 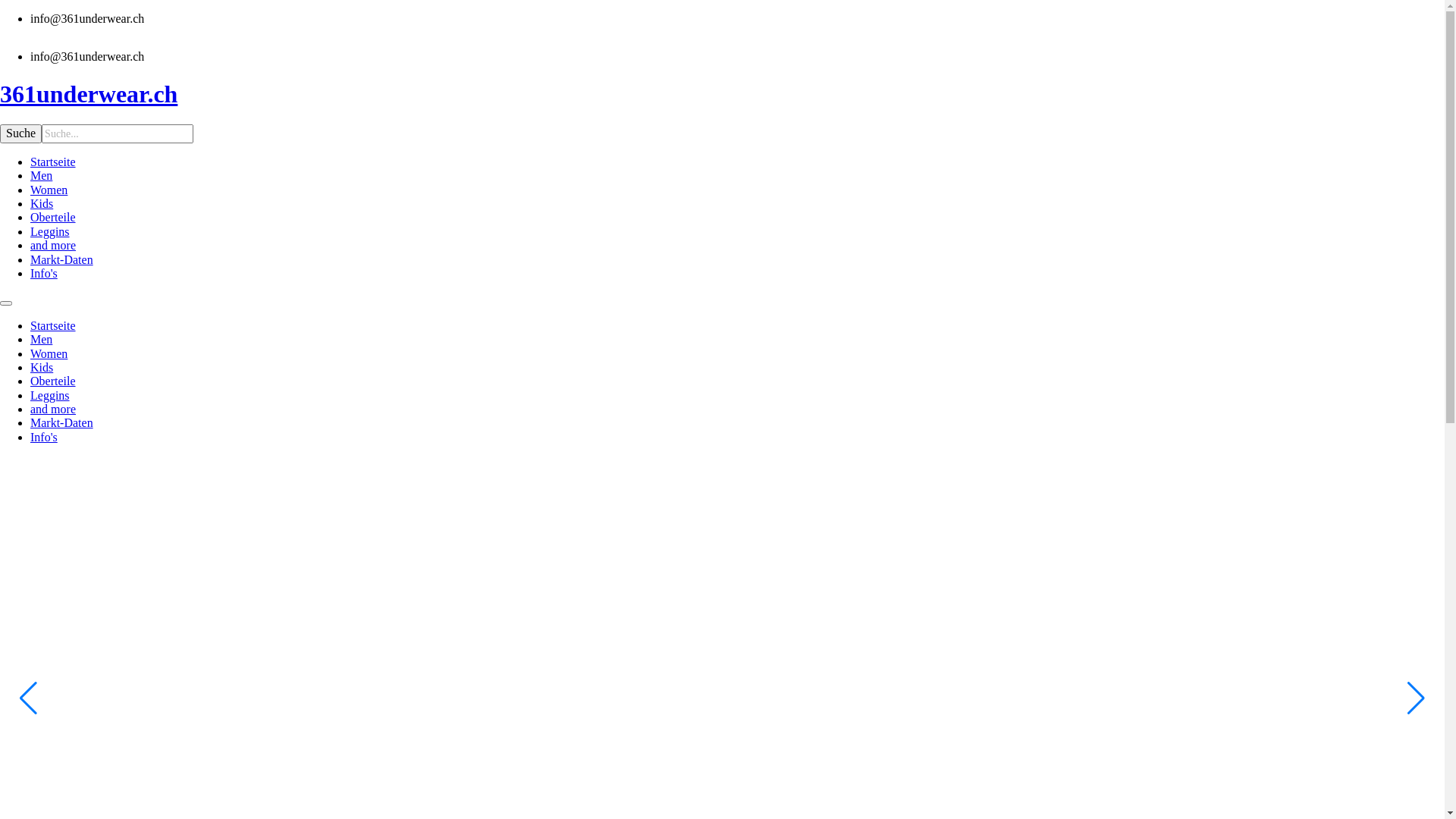 What do you see at coordinates (30, 394) in the screenshot?
I see `'Leggins'` at bounding box center [30, 394].